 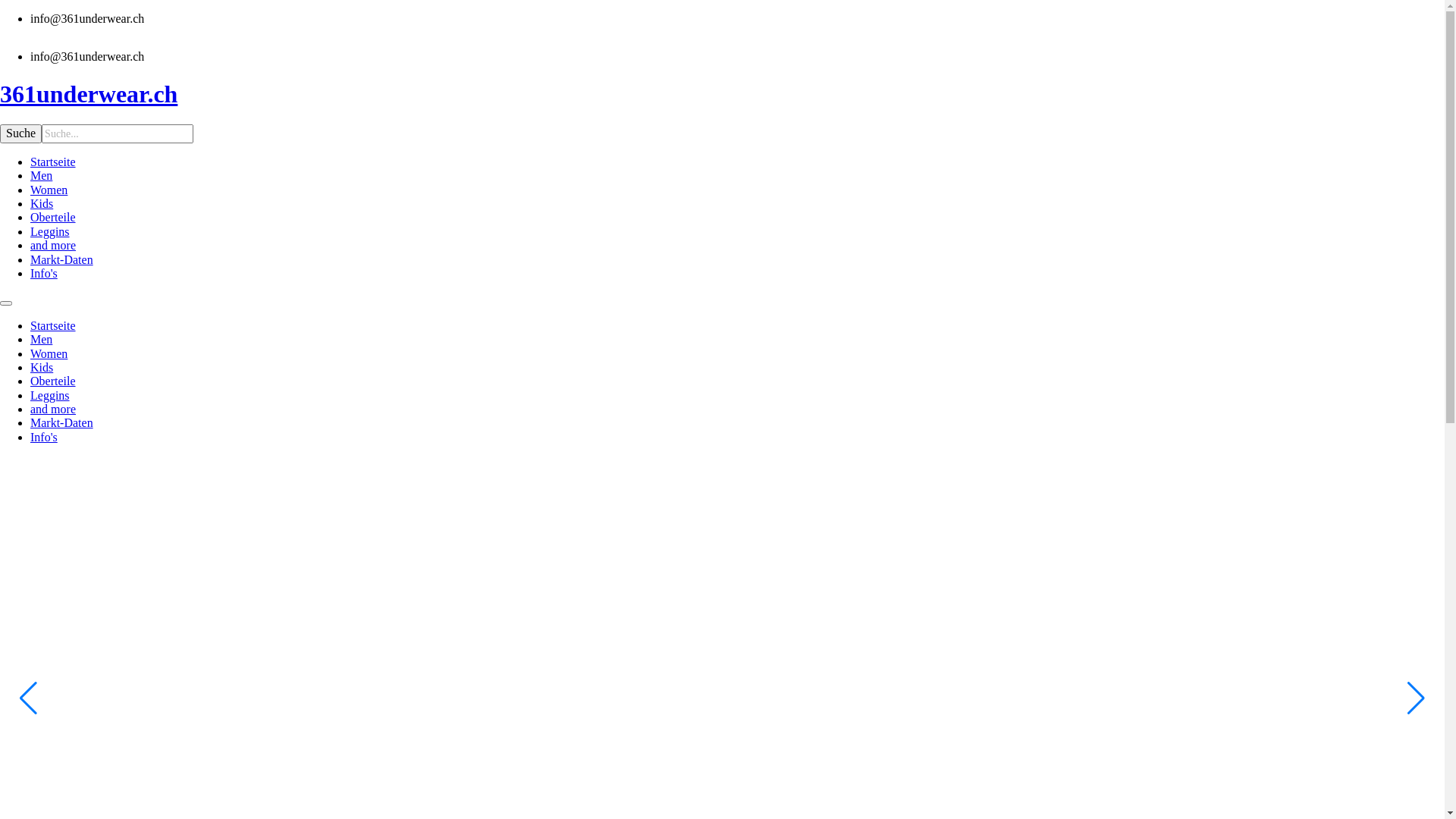 What do you see at coordinates (30, 394) in the screenshot?
I see `'Leggins'` at bounding box center [30, 394].